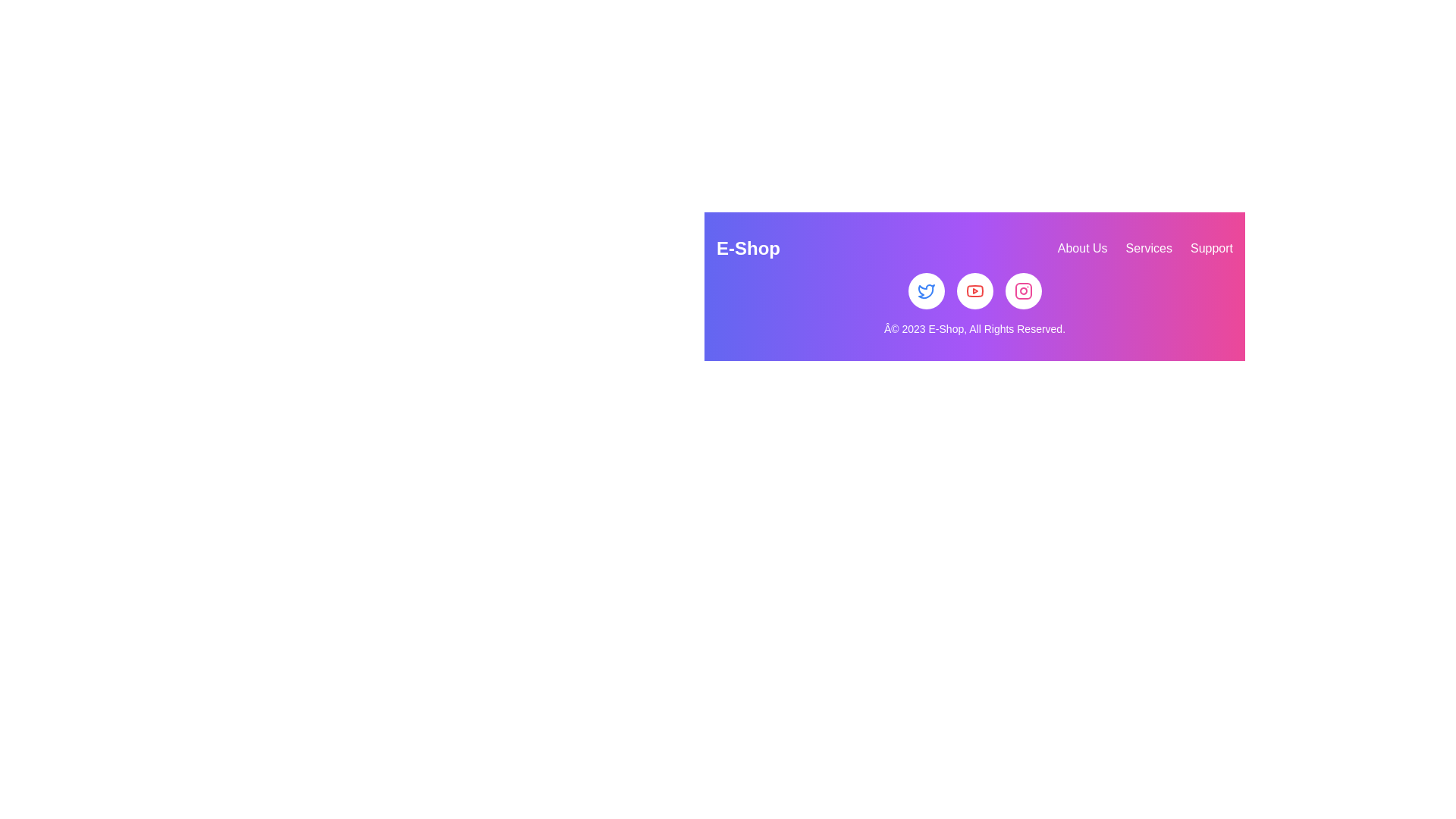 This screenshot has width=1456, height=819. Describe the element at coordinates (1023, 291) in the screenshot. I see `the rightmost circular icon in the bottom part of the header section to visit the Instagram page` at that location.